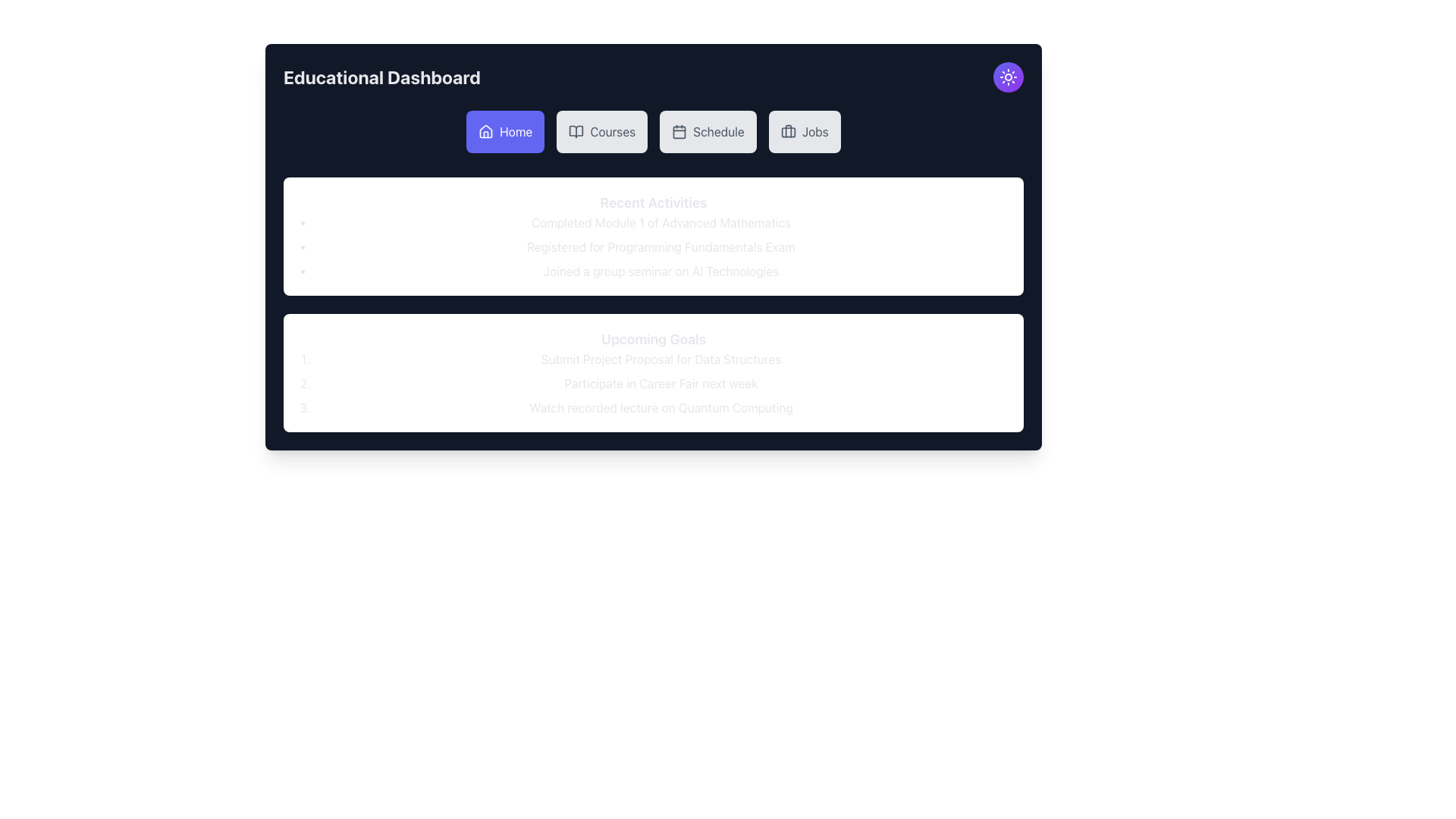 Image resolution: width=1456 pixels, height=819 pixels. I want to click on keyboard navigation, so click(516, 130).